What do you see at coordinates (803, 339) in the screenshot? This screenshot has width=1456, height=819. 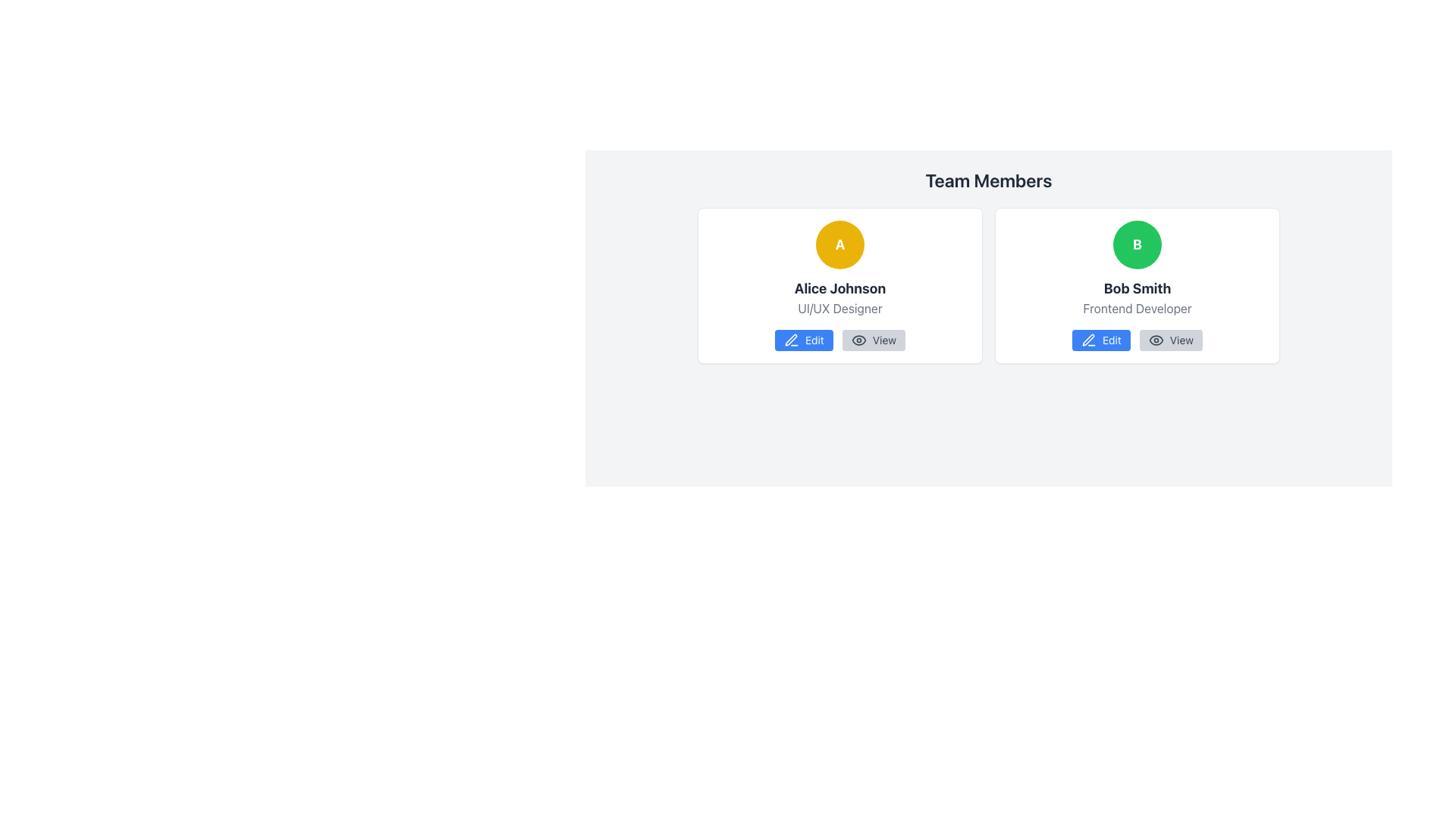 I see `the 'Edit' button, which is a small rectangular button with rounded corners, a blue background, and white text` at bounding box center [803, 339].